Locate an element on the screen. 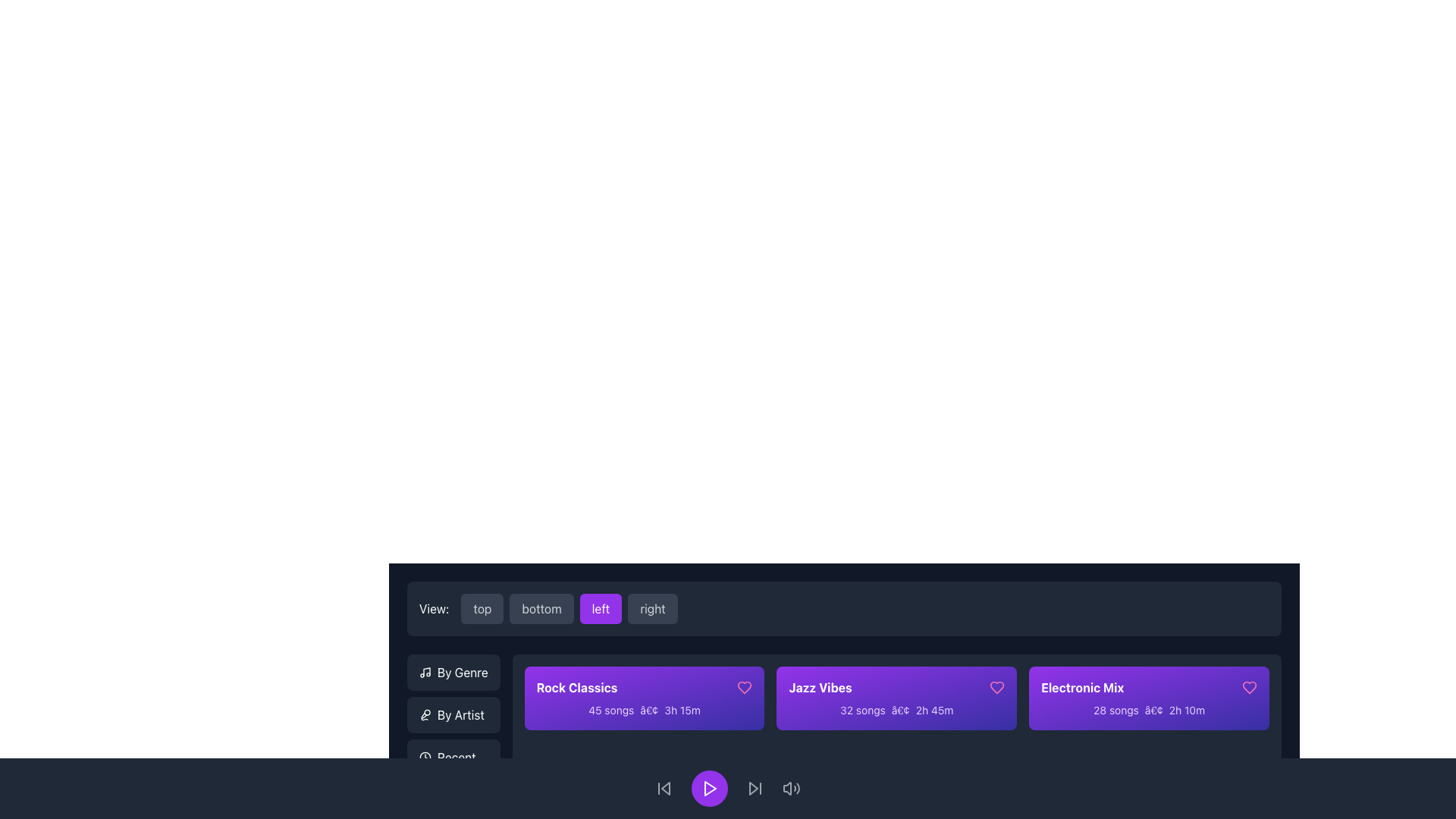 The image size is (1456, 819). the text label displaying '2h 10m', which is styled in light purple on a dark purple background, located in the details section of the 'Electronic Mix' playlist is located at coordinates (1186, 710).